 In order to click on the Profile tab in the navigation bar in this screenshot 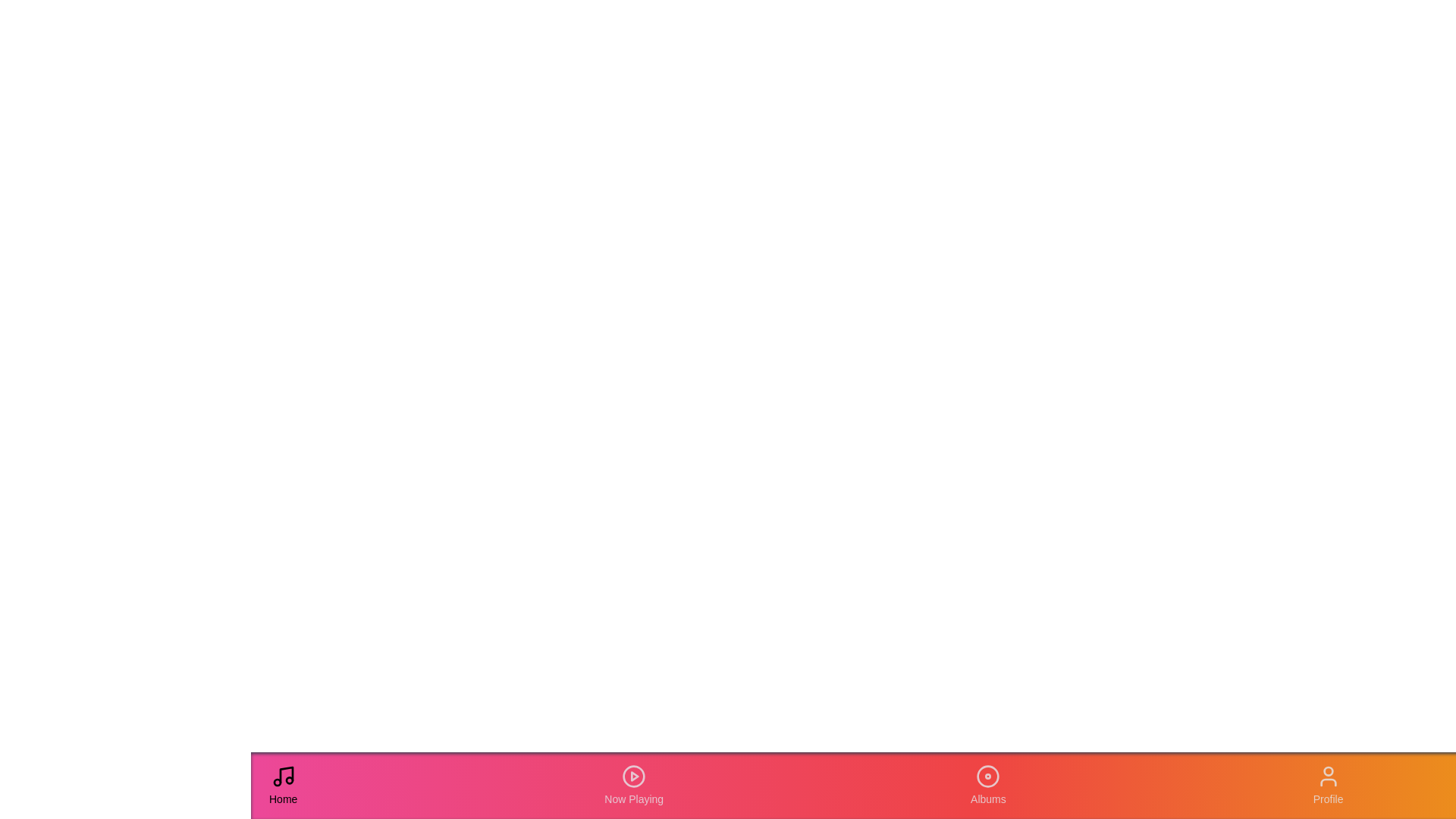, I will do `click(1327, 785)`.